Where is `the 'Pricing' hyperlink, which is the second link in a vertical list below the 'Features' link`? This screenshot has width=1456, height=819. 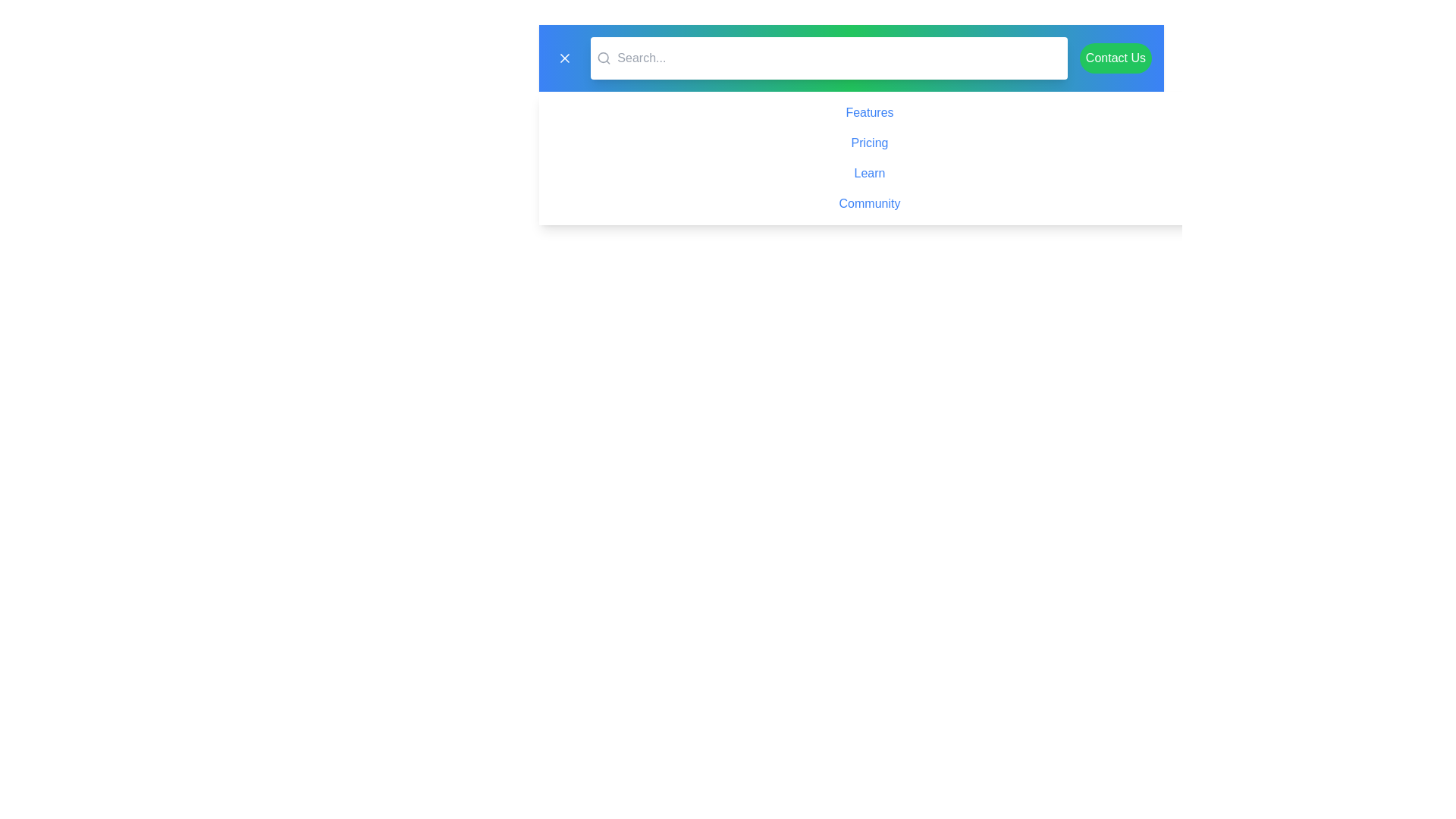
the 'Pricing' hyperlink, which is the second link in a vertical list below the 'Features' link is located at coordinates (852, 151).